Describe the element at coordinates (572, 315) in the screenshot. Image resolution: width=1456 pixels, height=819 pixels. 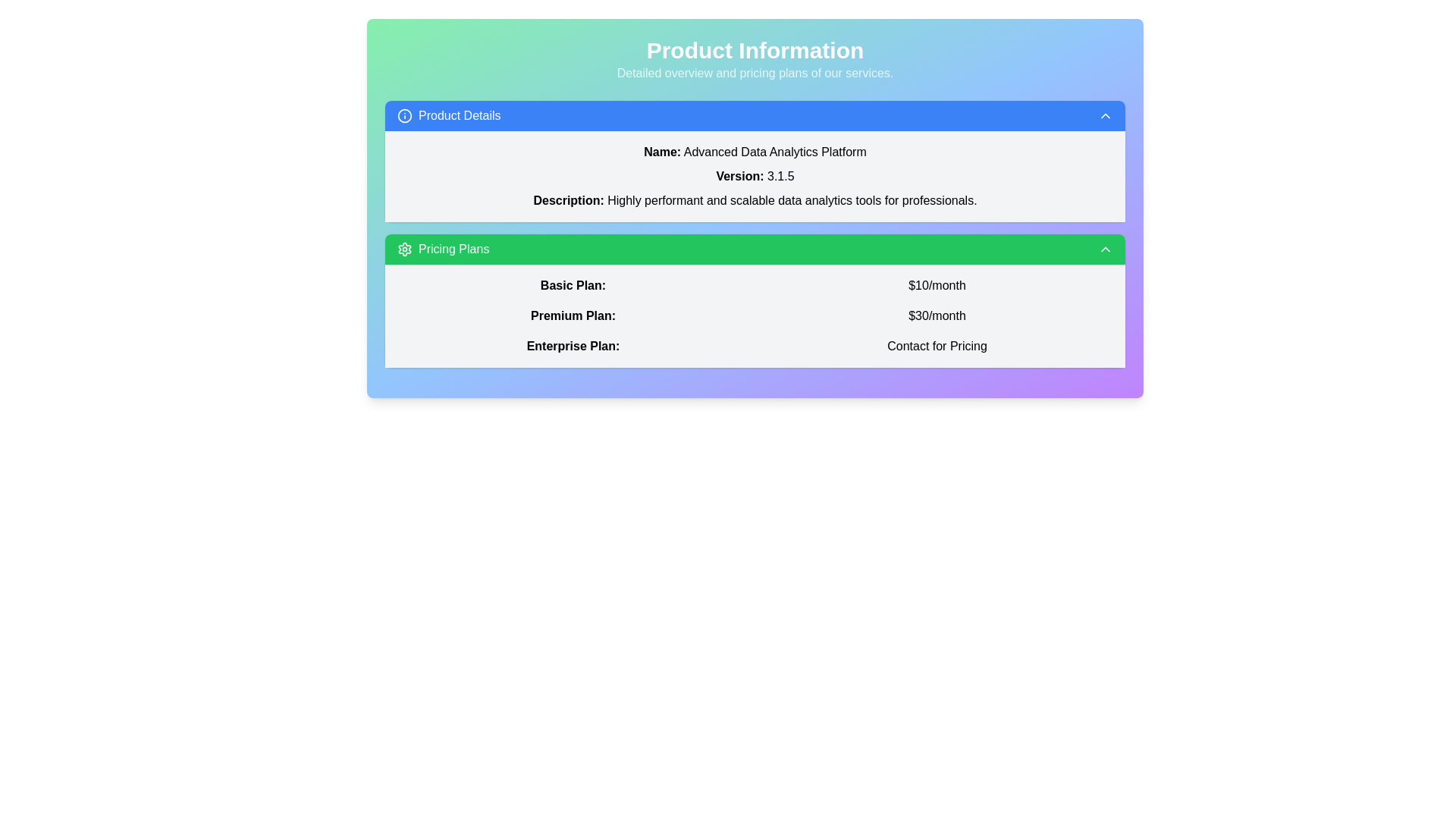
I see `the text label displaying 'Premium Plan:' which is styled with bold, black font on a light gray background, located in the 'Pricing Plans' section` at that location.